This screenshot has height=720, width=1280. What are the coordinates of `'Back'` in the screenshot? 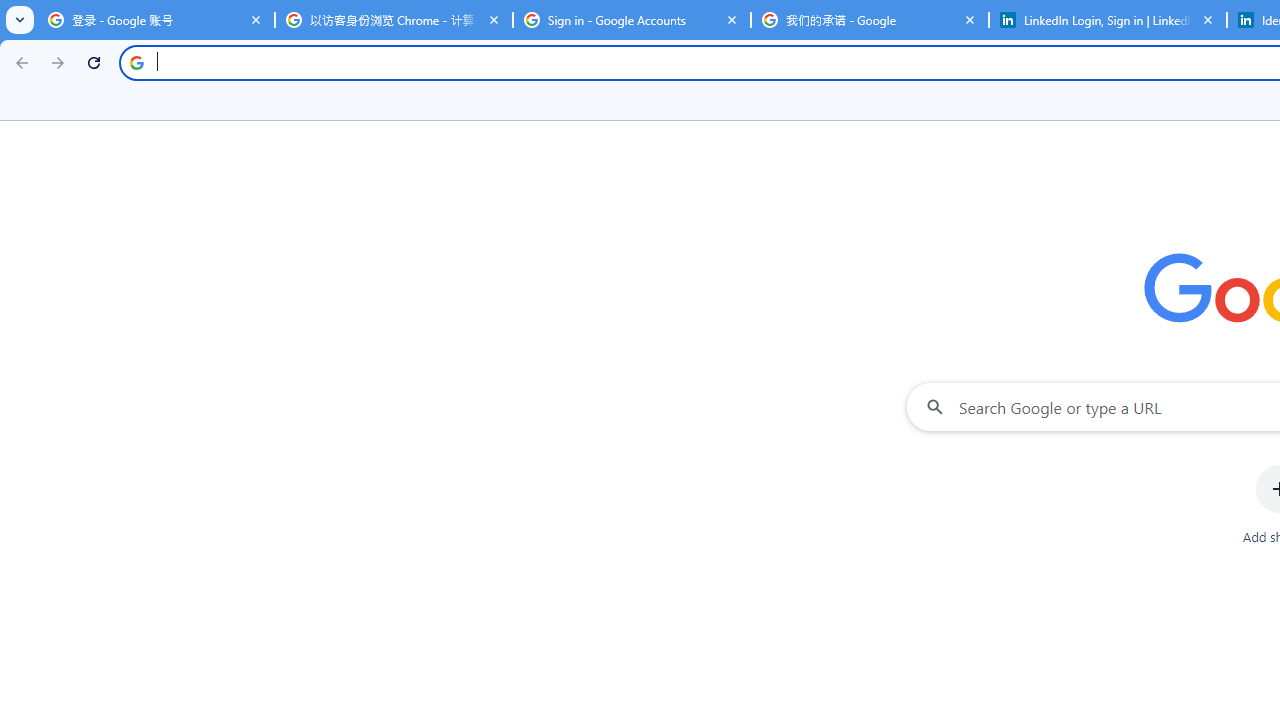 It's located at (19, 61).